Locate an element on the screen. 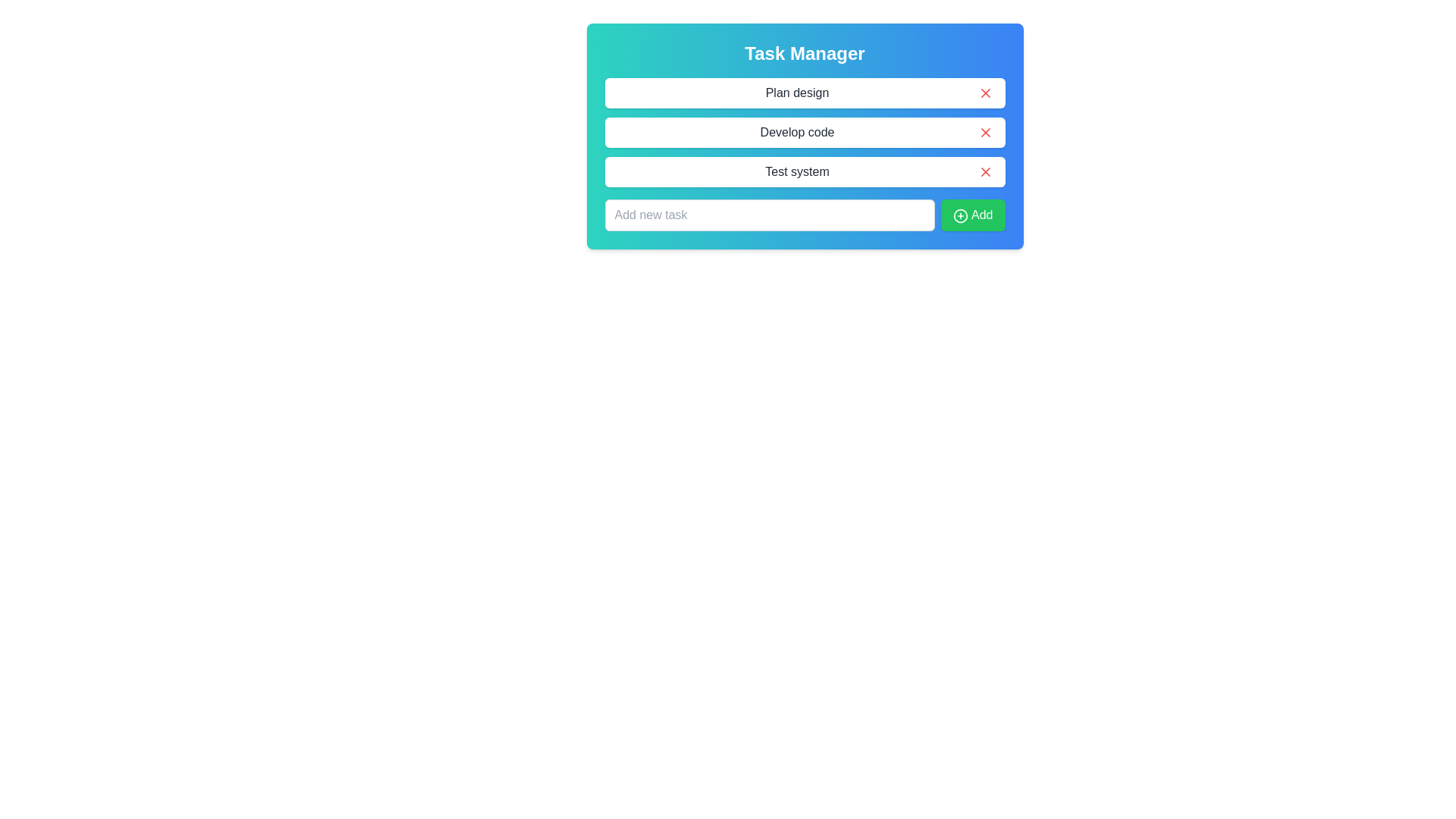 This screenshot has width=1456, height=819. the 'X' button next to the task labeled Test system to remove it is located at coordinates (985, 171).